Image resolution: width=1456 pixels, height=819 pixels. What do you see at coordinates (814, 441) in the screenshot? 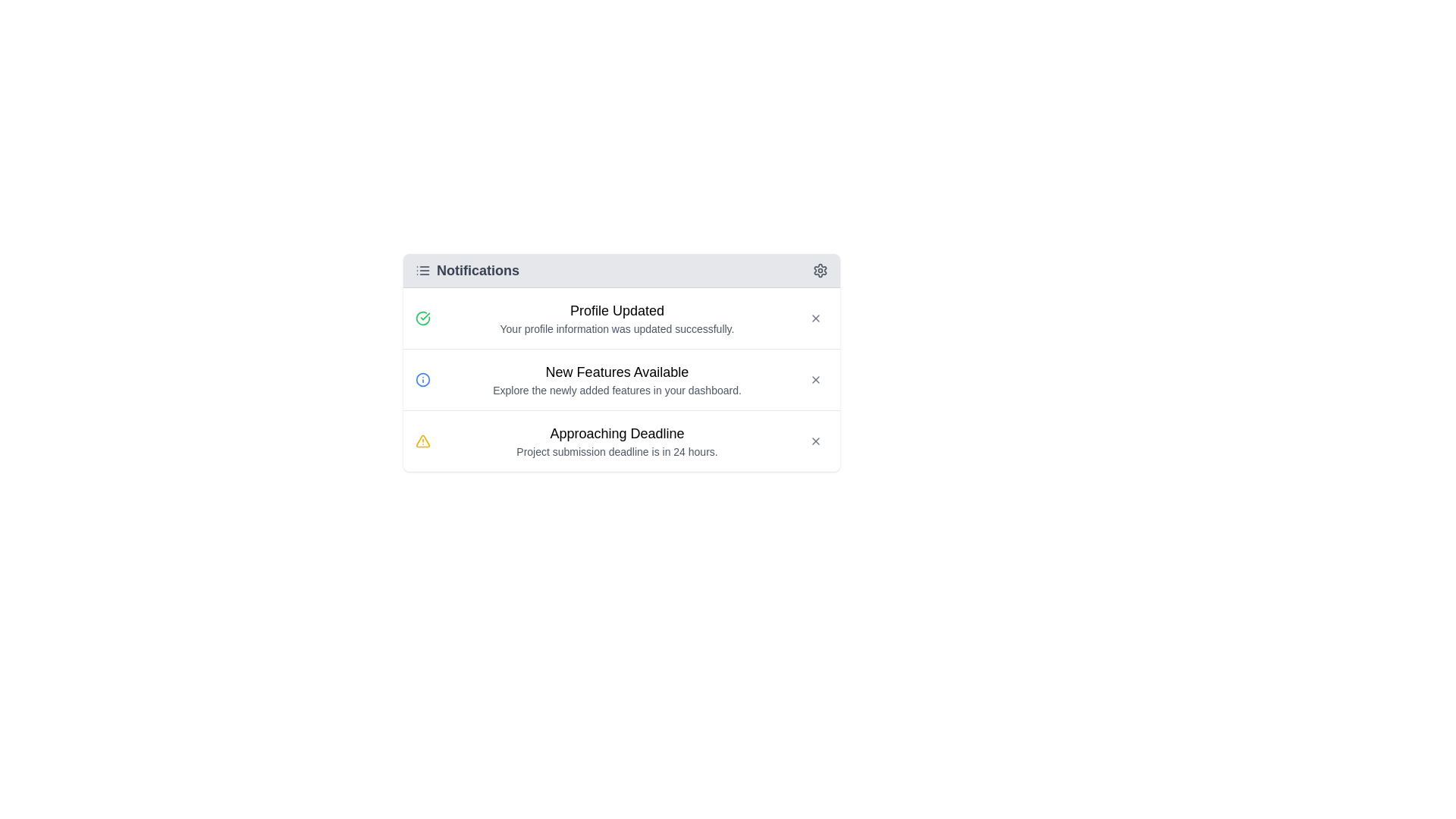
I see `the circular gray button with a central cross icon` at bounding box center [814, 441].